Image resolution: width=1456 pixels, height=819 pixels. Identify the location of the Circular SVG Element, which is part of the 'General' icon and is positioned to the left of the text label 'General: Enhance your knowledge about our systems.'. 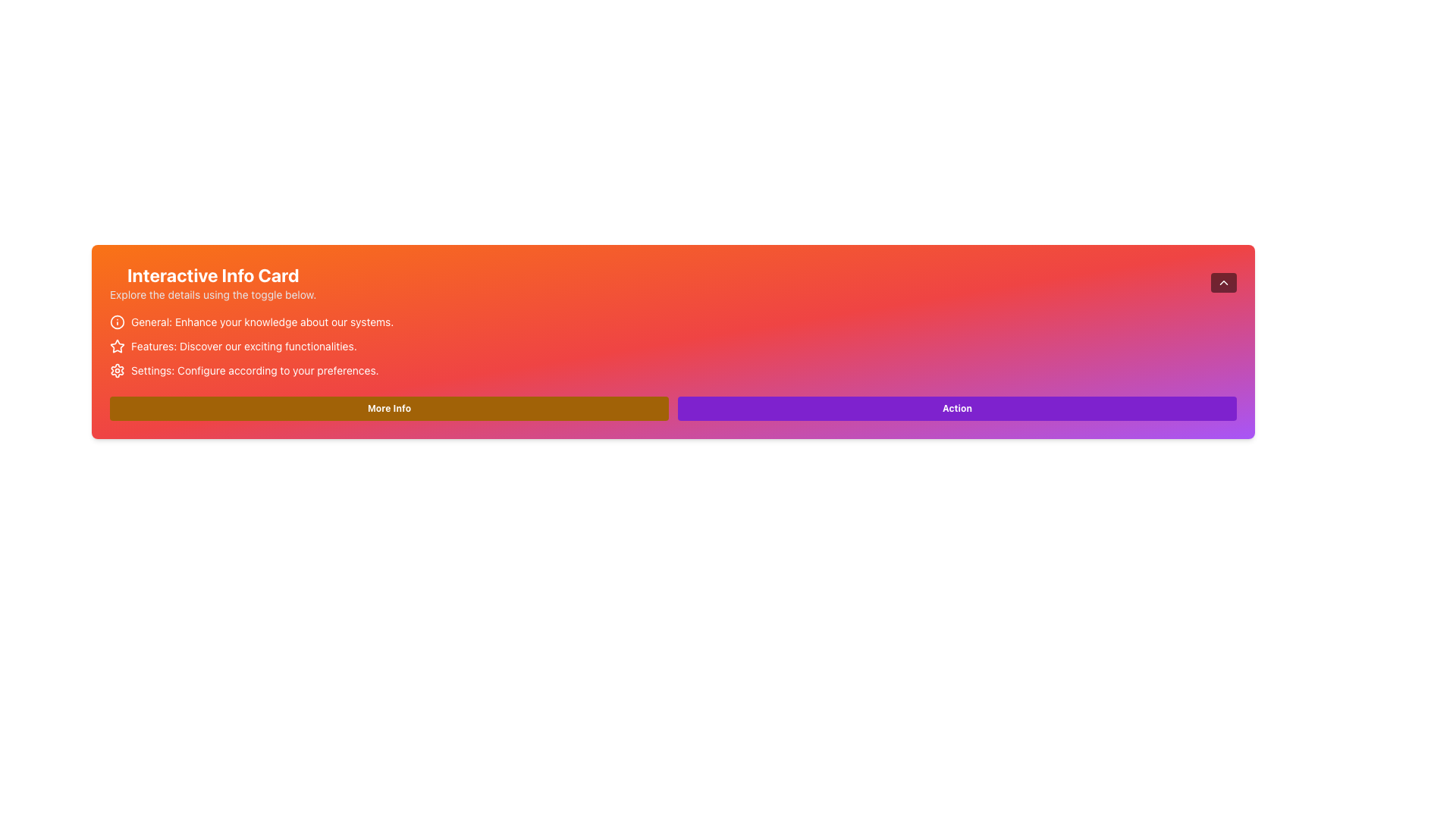
(116, 321).